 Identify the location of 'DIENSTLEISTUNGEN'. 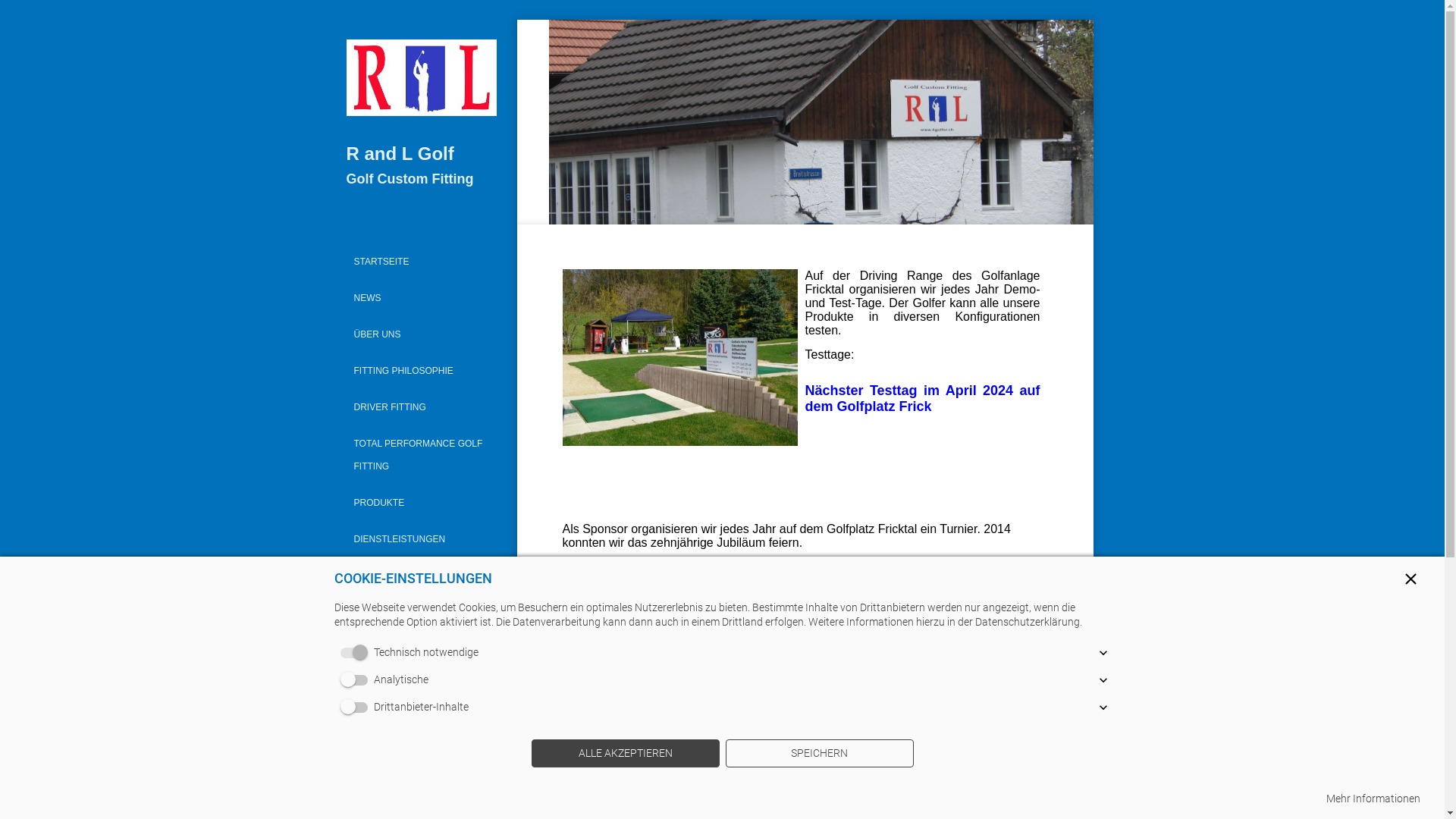
(422, 538).